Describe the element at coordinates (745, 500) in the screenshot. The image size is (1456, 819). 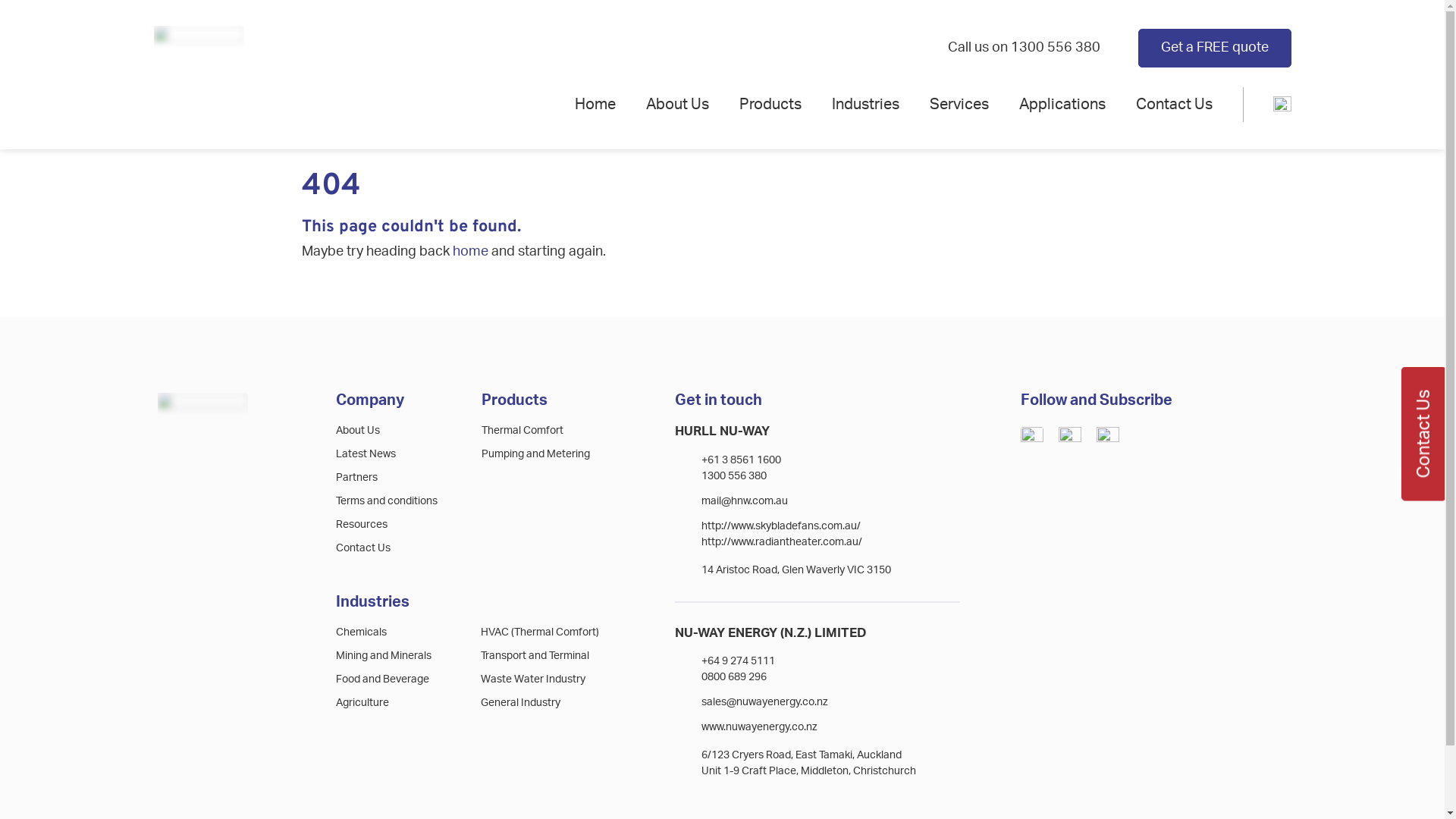
I see `'mail@hnw.com.au'` at that location.